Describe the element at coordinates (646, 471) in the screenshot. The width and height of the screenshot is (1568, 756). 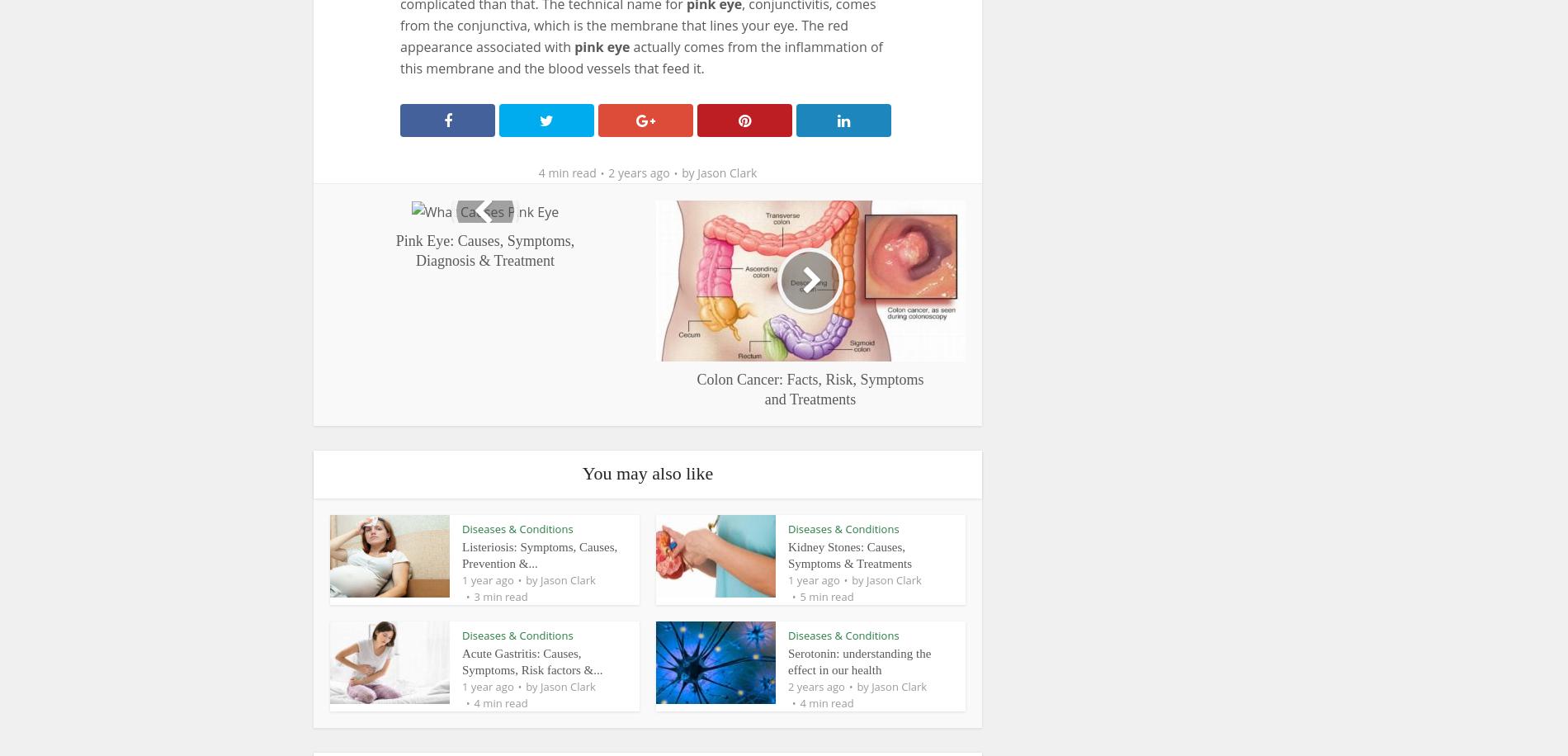
I see `'You may also like'` at that location.